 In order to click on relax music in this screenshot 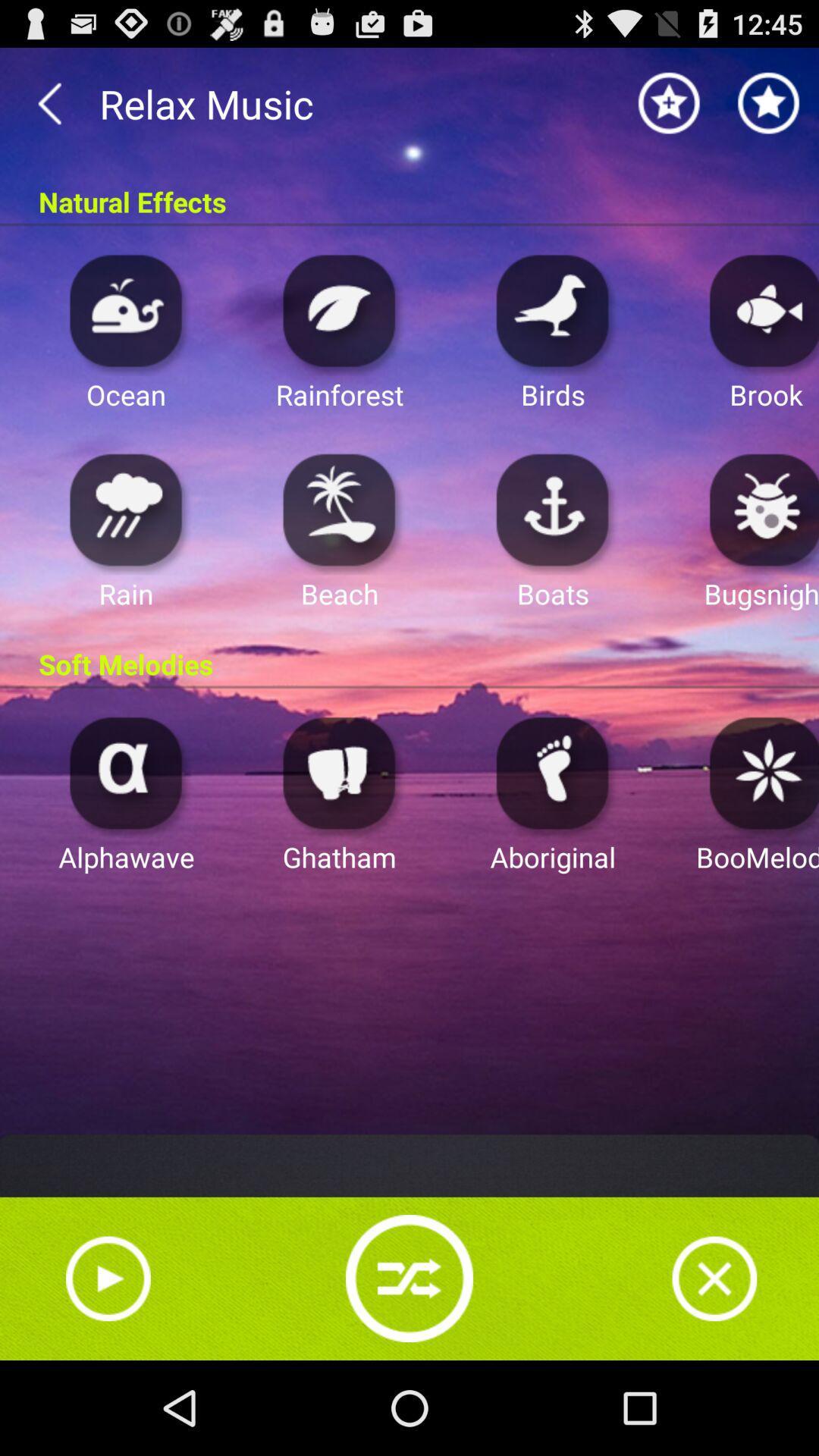, I will do `click(409, 103)`.